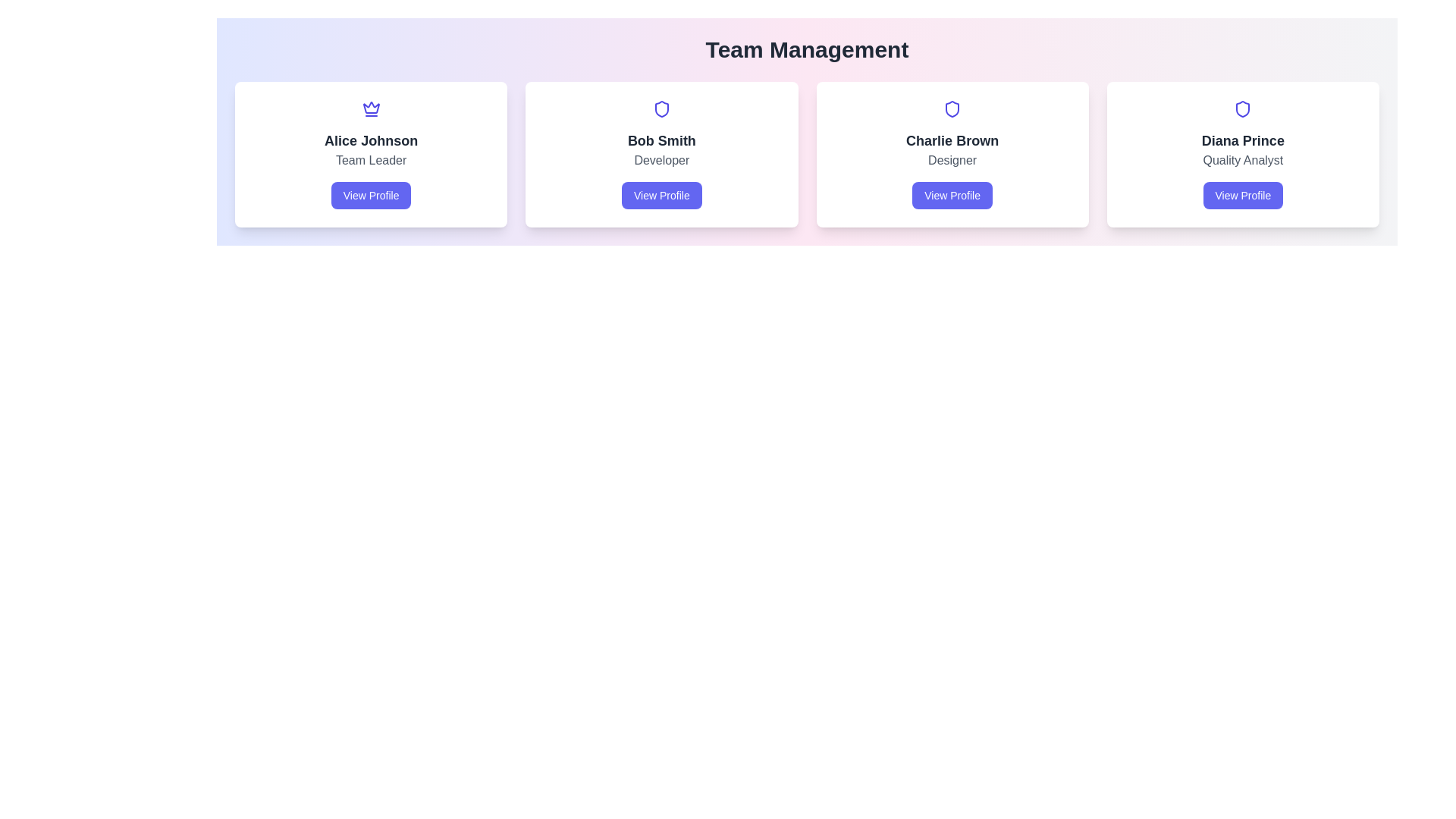 This screenshot has height=819, width=1456. I want to click on the text label displaying the role title 'Designer' in gray font, located within the card for 'Charlie Brown', positioned between the name label and the 'View Profile' button, so click(952, 161).